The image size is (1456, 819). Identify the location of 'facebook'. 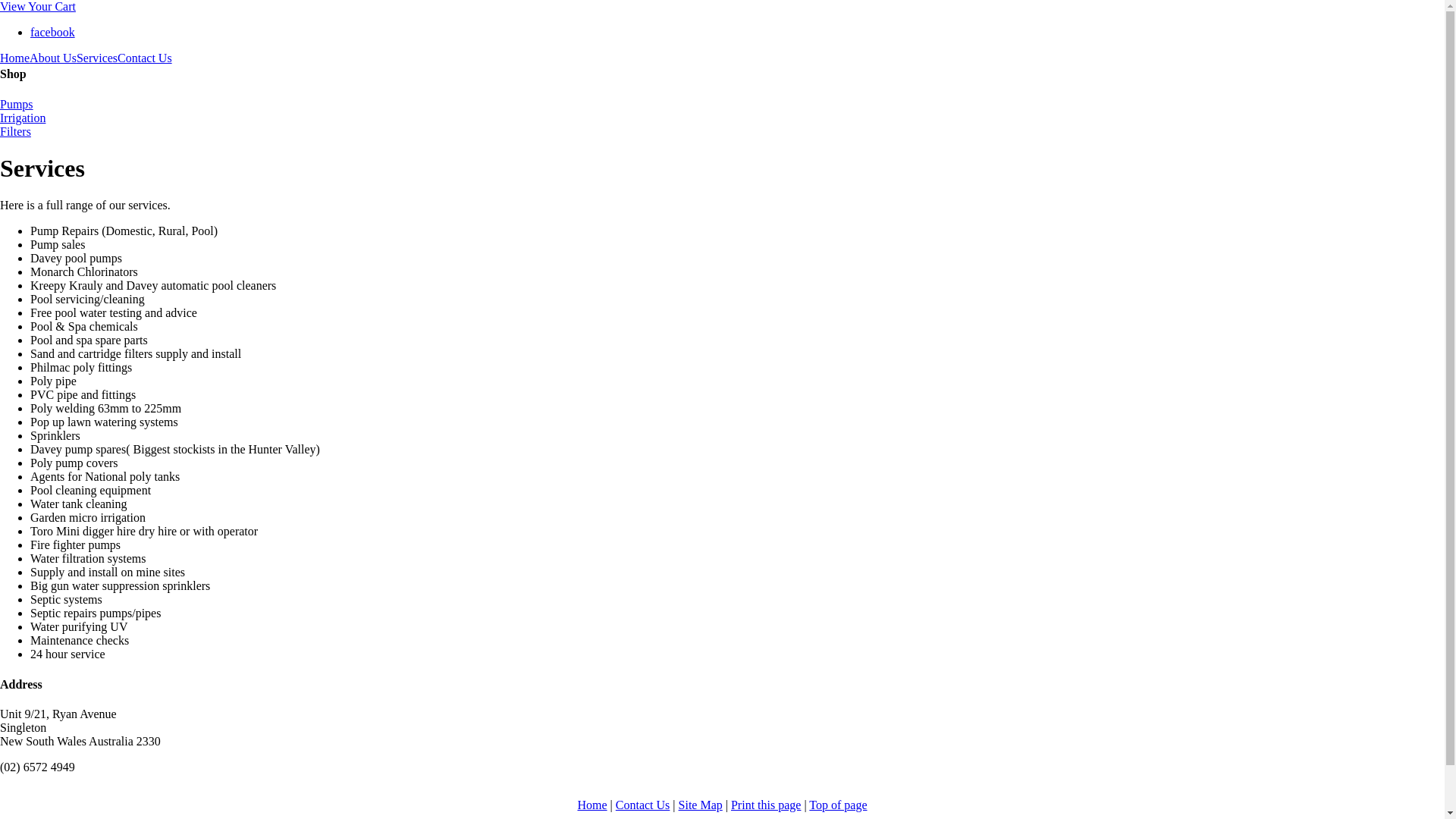
(52, 32).